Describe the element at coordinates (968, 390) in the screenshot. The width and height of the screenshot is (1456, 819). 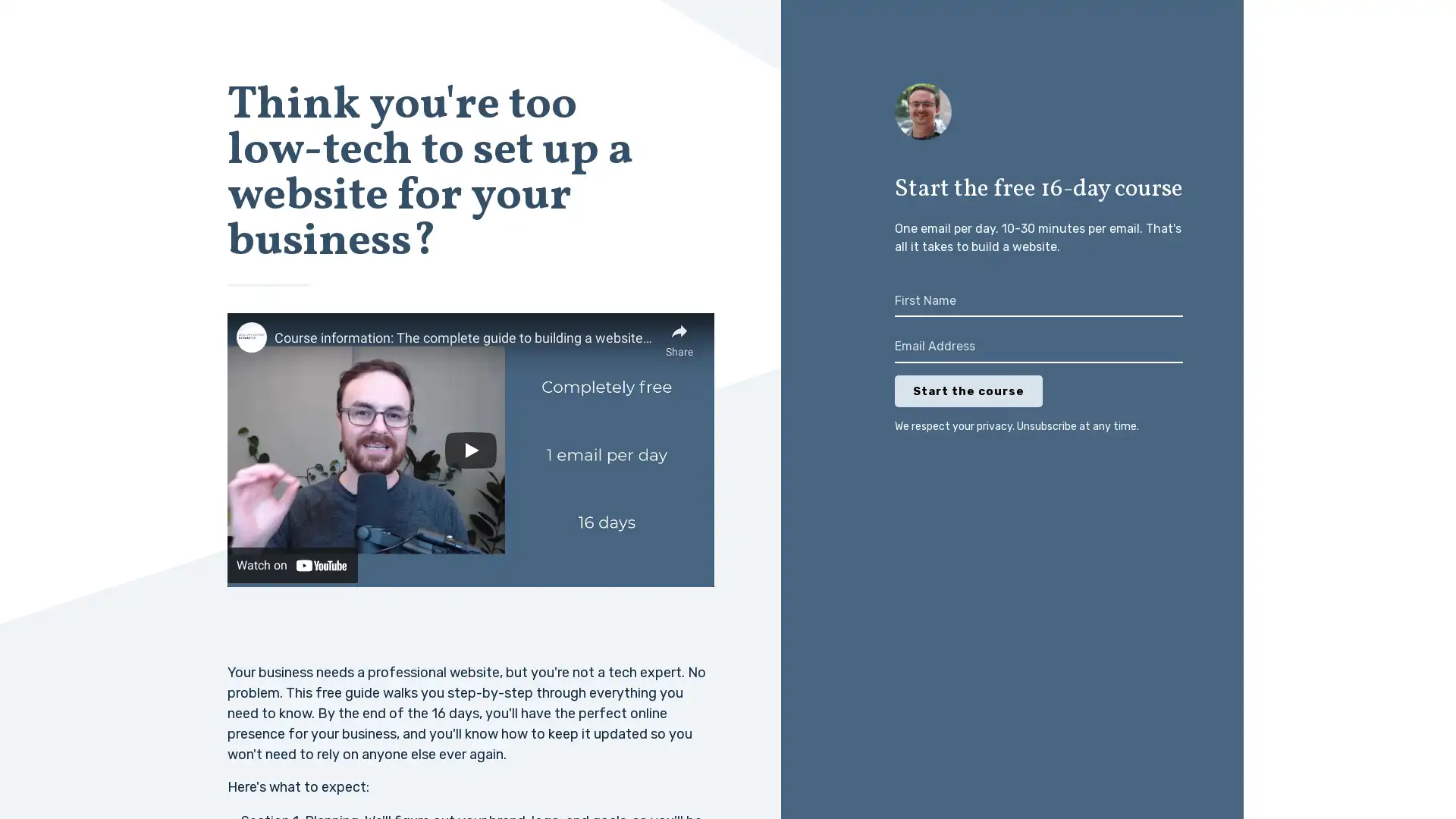
I see `Start the course` at that location.